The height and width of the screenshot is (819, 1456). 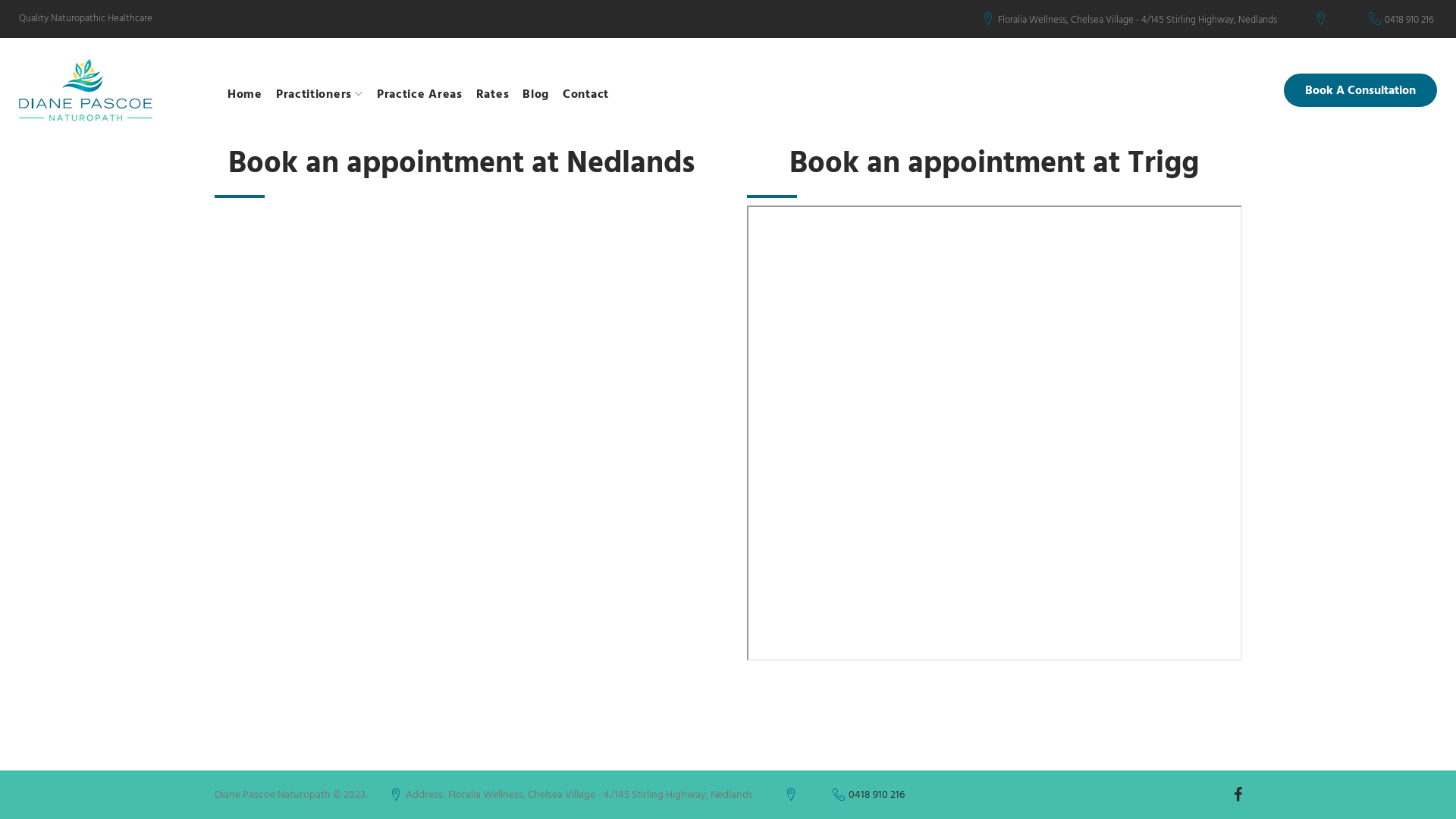 I want to click on 'Contact', so click(x=562, y=93).